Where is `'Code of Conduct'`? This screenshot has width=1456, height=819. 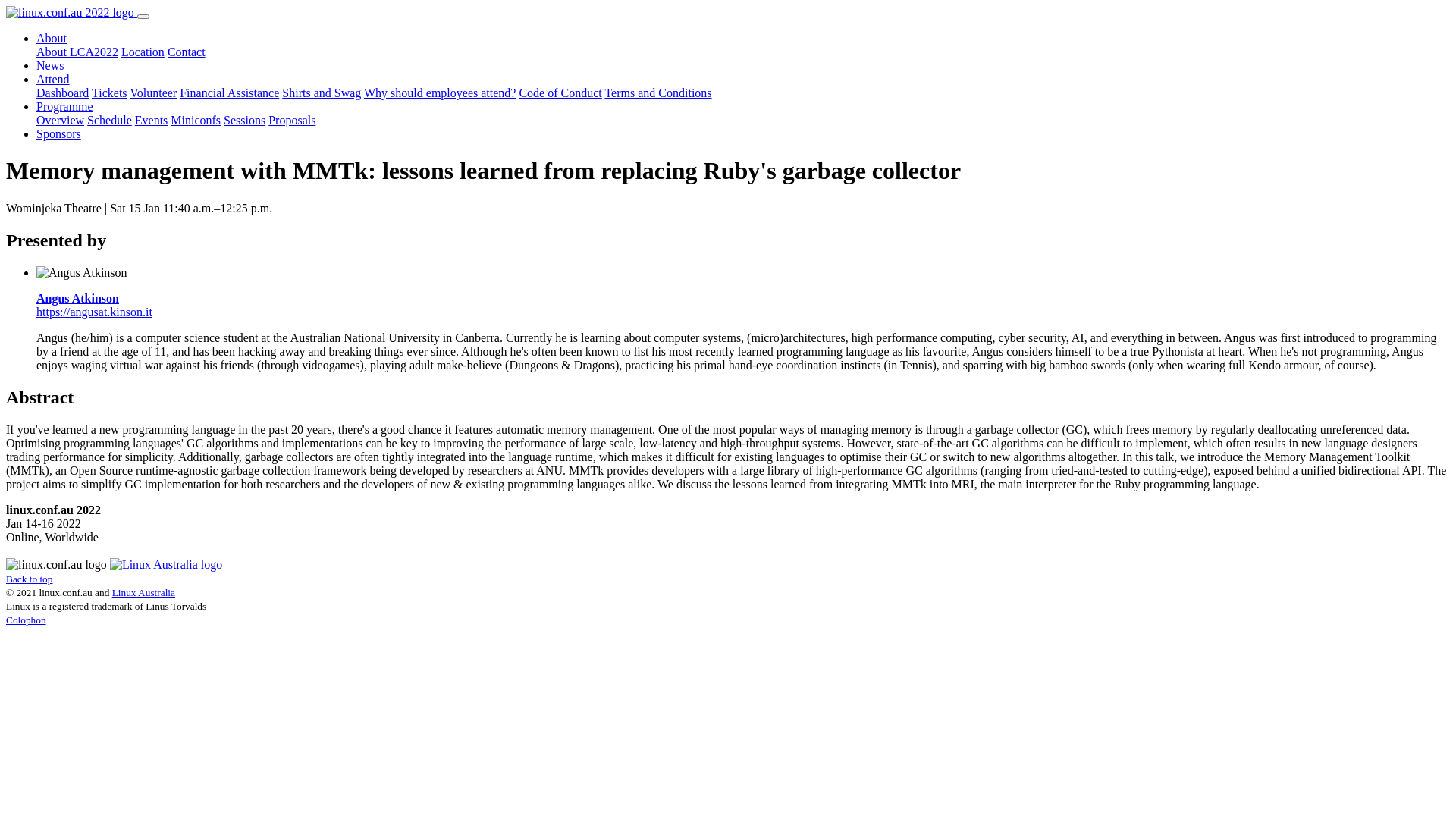
'Code of Conduct' is located at coordinates (559, 93).